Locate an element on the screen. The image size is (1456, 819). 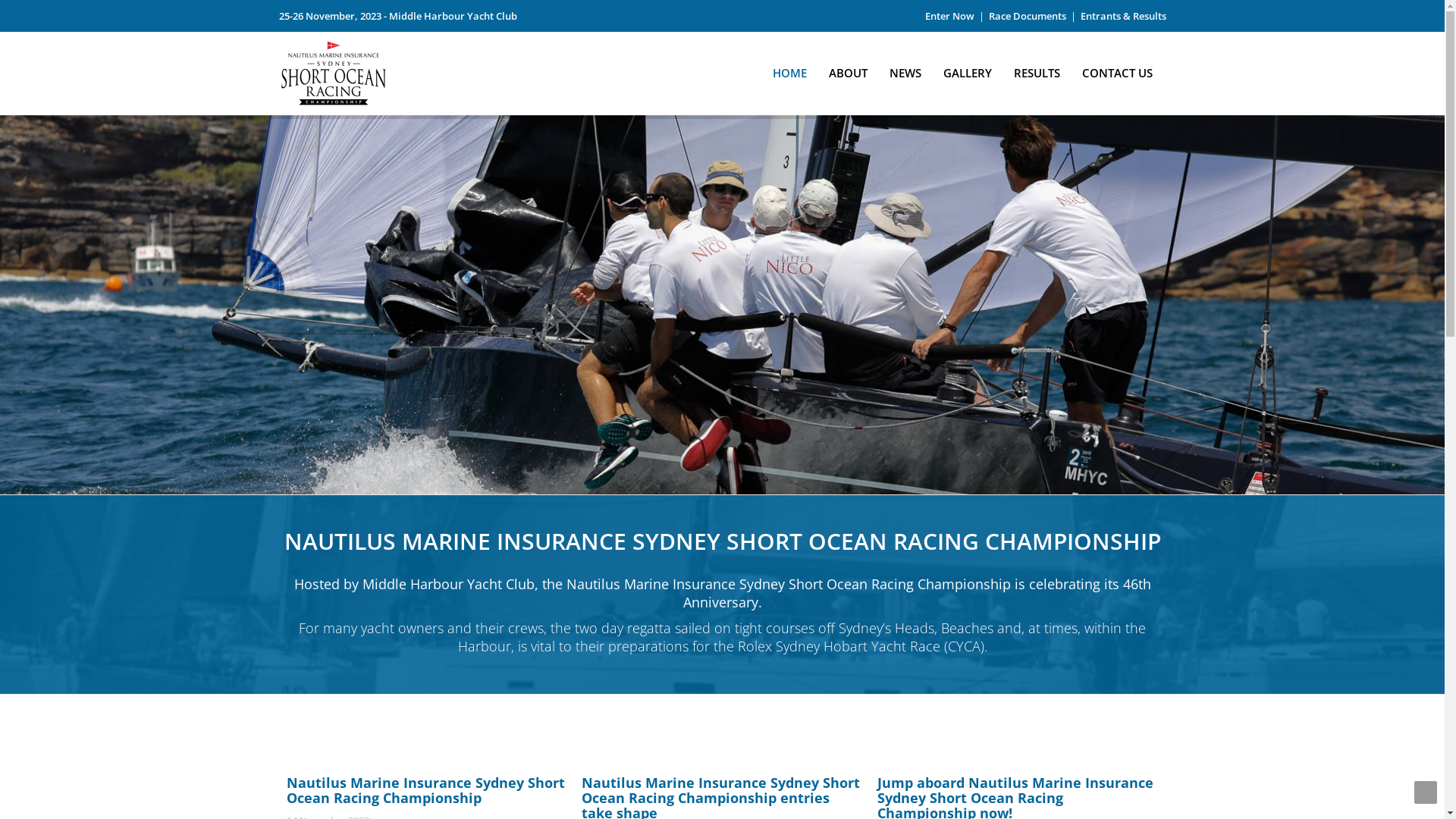
'Race Documents' is located at coordinates (1027, 15).